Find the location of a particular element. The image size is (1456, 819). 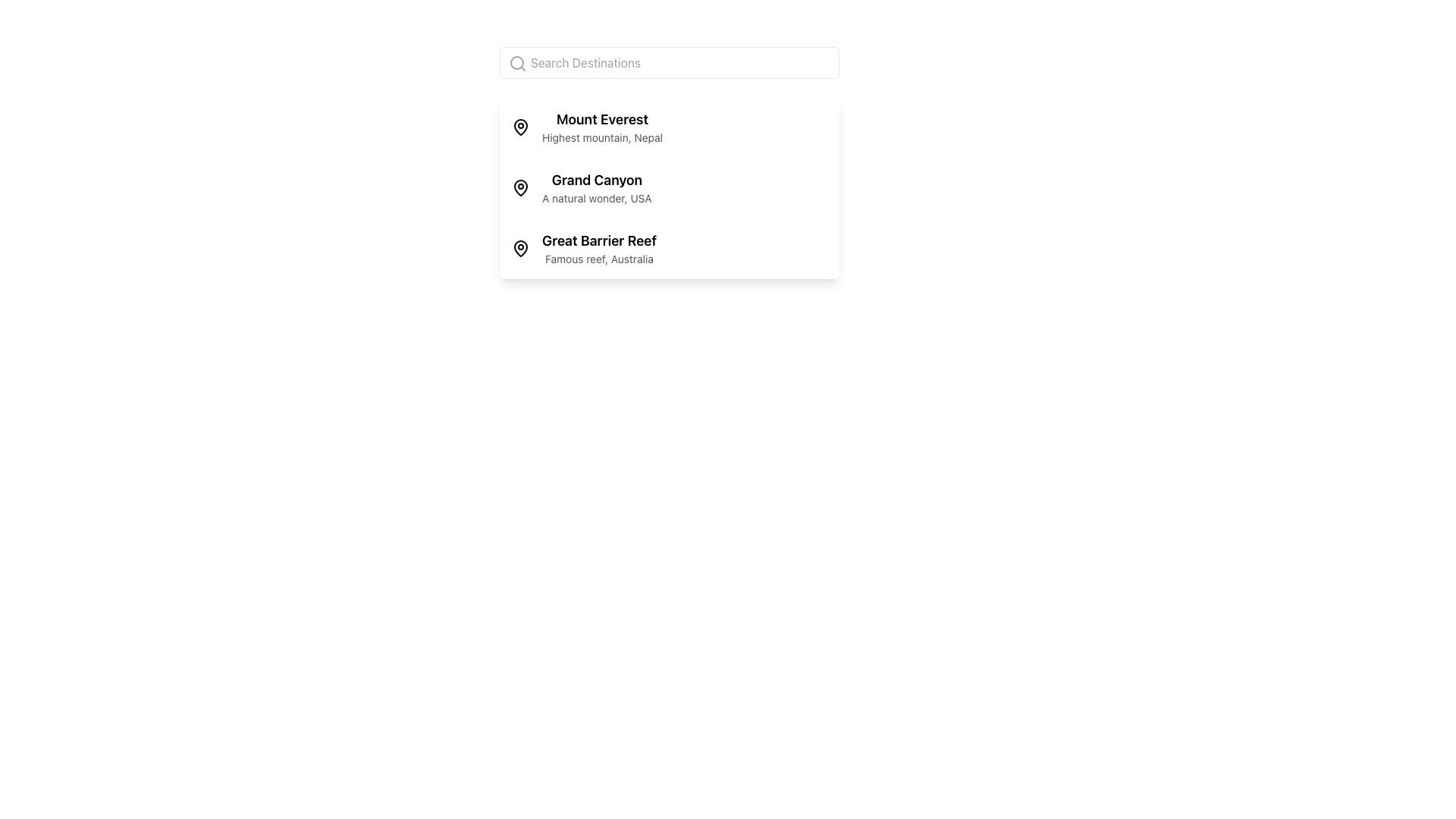

the outer structure of the location pin icon next to the text 'Great Barrier Reef' in the list of destinations is located at coordinates (520, 247).